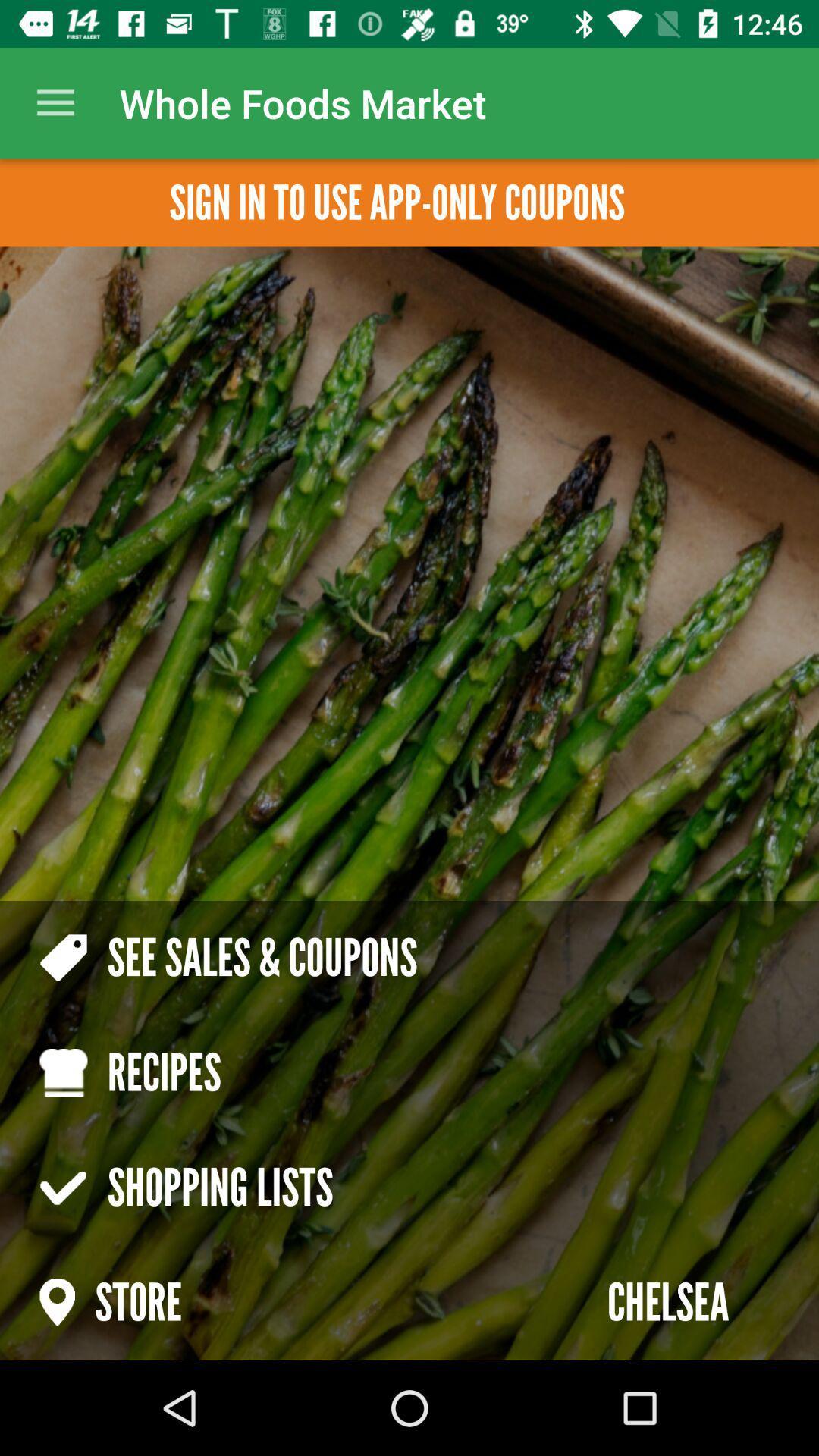 The width and height of the screenshot is (819, 1456). Describe the element at coordinates (396, 202) in the screenshot. I see `sign in to` at that location.